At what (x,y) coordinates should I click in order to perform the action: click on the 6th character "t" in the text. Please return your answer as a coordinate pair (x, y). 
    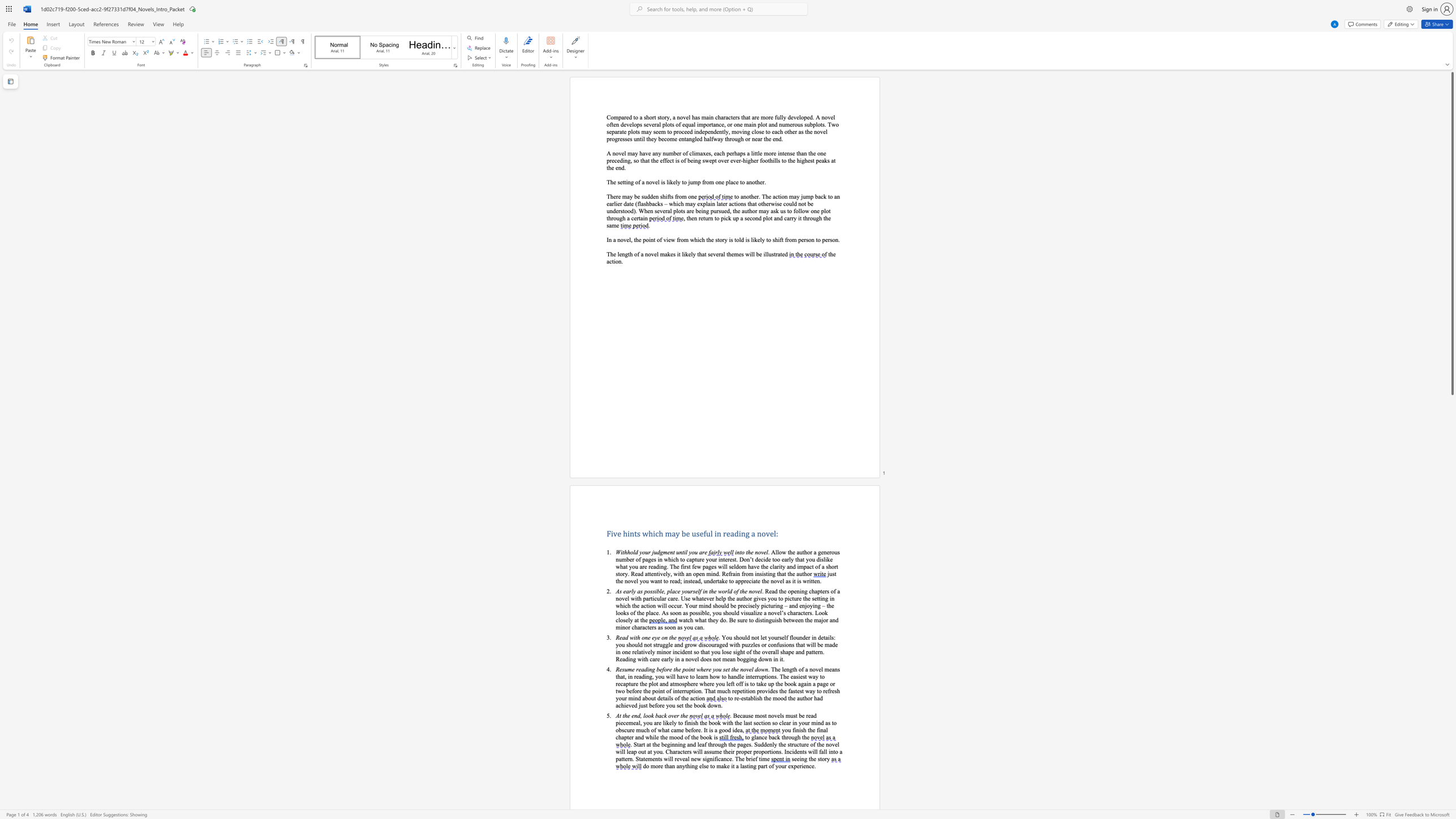
    Looking at the image, I should click on (735, 722).